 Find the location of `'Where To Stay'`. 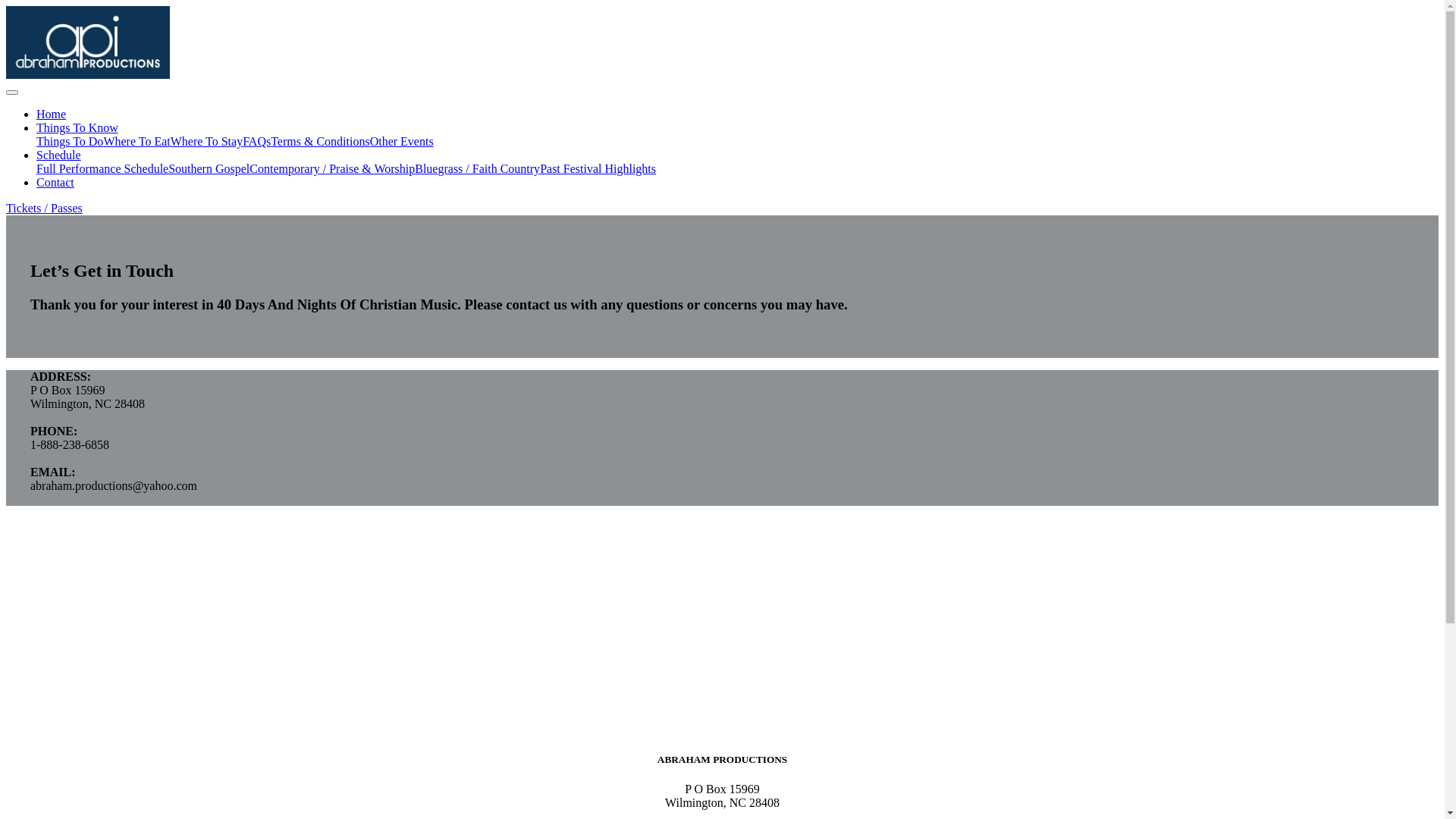

'Where To Stay' is located at coordinates (206, 141).